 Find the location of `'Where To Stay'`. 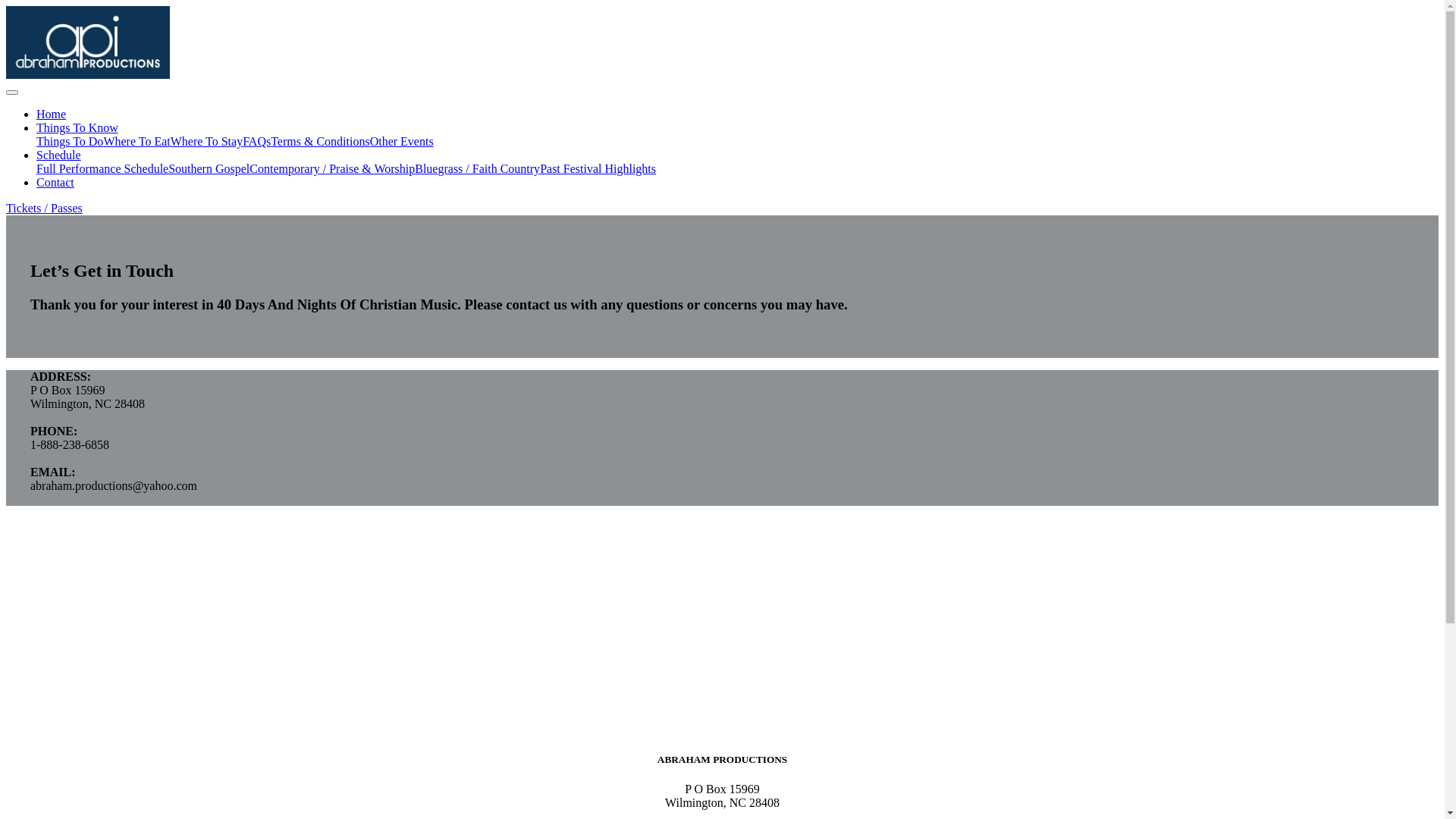

'Where To Stay' is located at coordinates (206, 141).